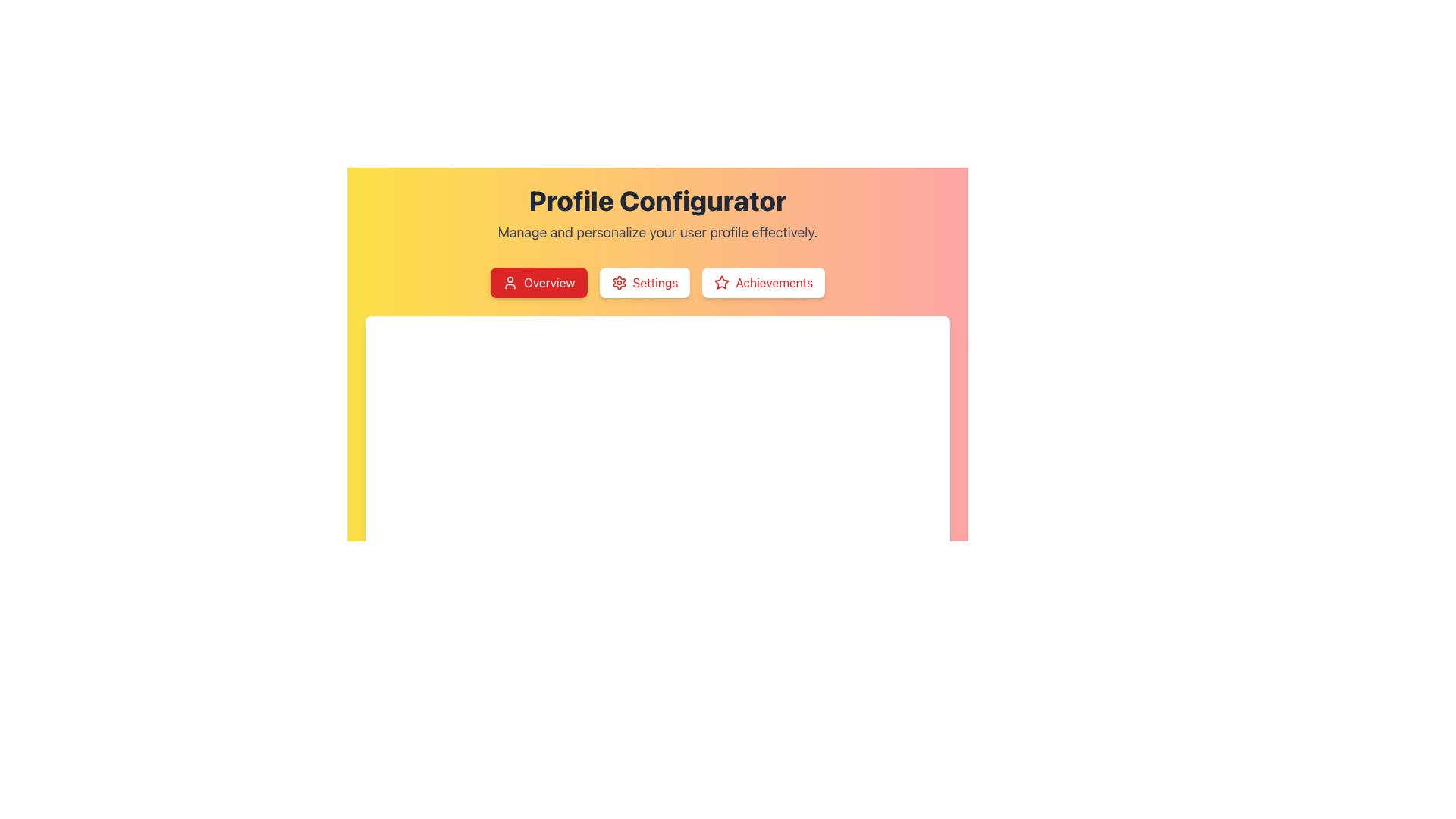 Image resolution: width=1456 pixels, height=819 pixels. What do you see at coordinates (645, 283) in the screenshot?
I see `the 'Settings' button, which is located in the middle of a horizontal group of buttons, to trigger hover effects` at bounding box center [645, 283].